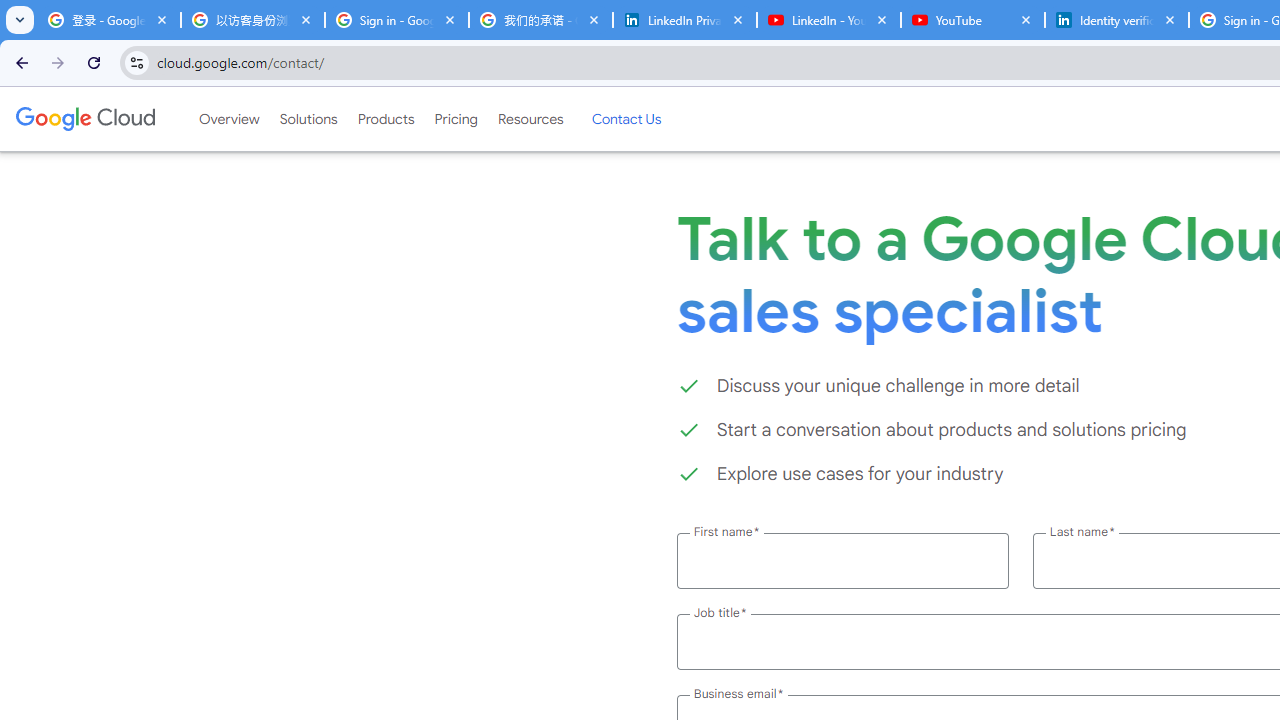 This screenshot has height=720, width=1280. Describe the element at coordinates (828, 20) in the screenshot. I see `'LinkedIn - YouTube'` at that location.